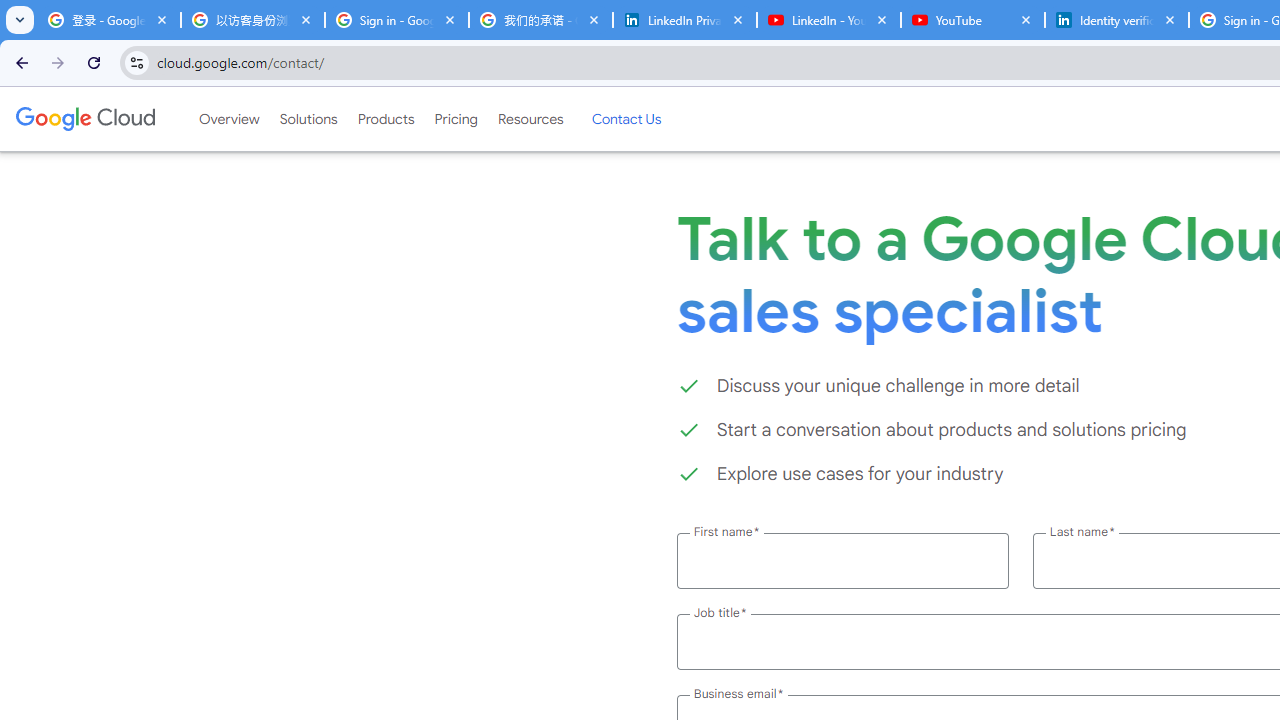 This screenshot has height=720, width=1280. Describe the element at coordinates (828, 20) in the screenshot. I see `'LinkedIn - YouTube'` at that location.